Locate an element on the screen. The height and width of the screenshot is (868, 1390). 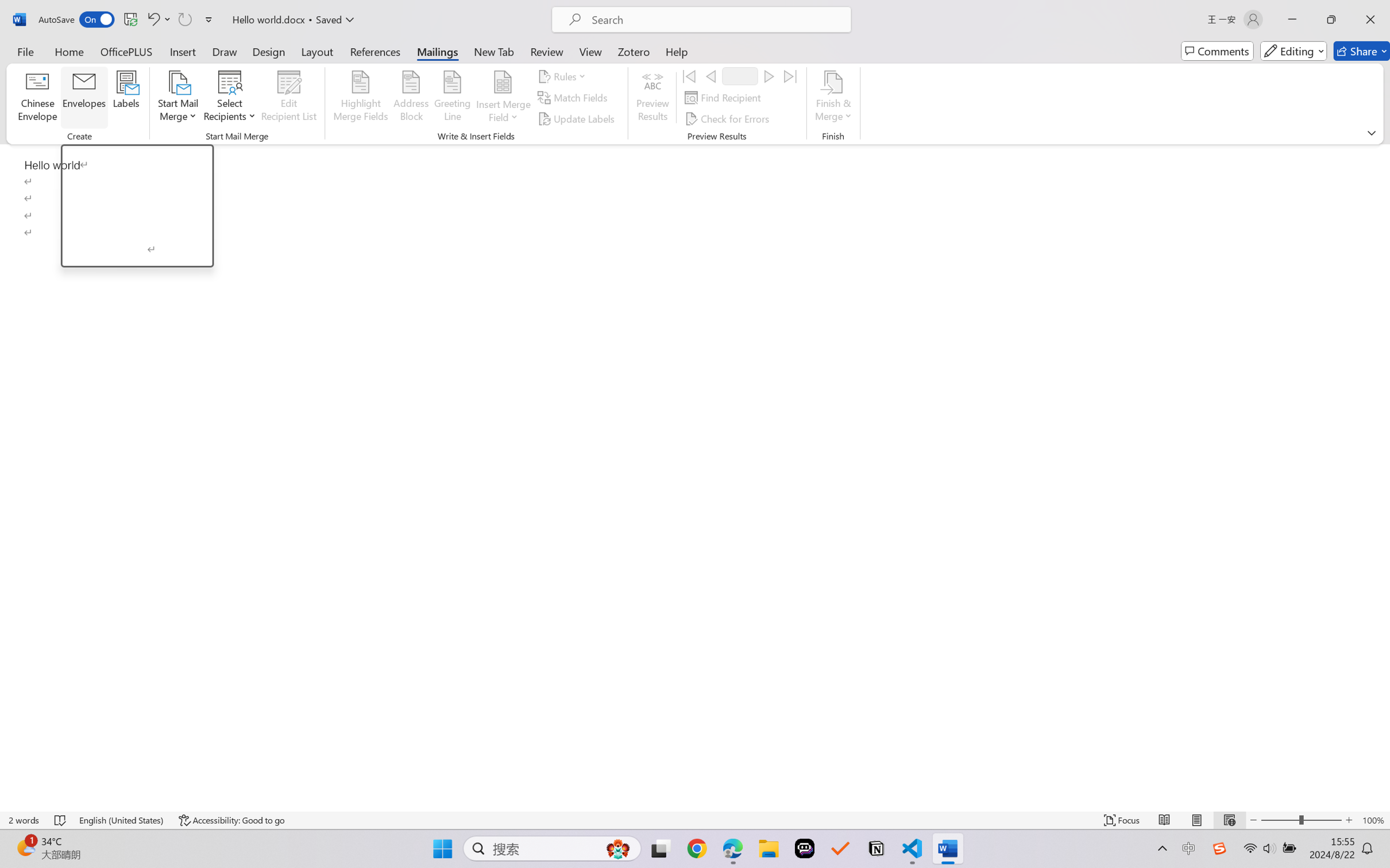
'New Tab' is located at coordinates (493, 51).